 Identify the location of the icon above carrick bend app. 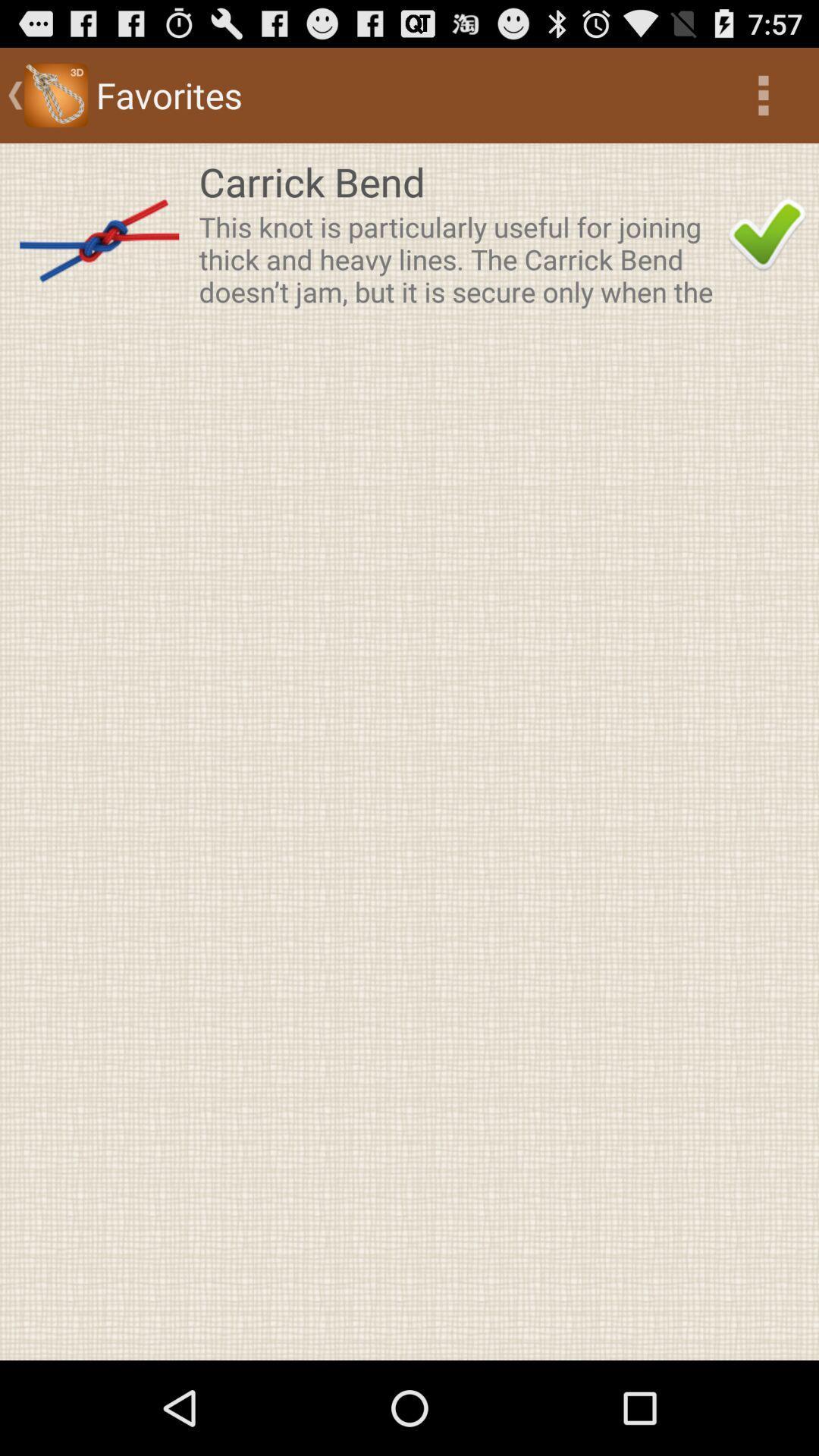
(763, 94).